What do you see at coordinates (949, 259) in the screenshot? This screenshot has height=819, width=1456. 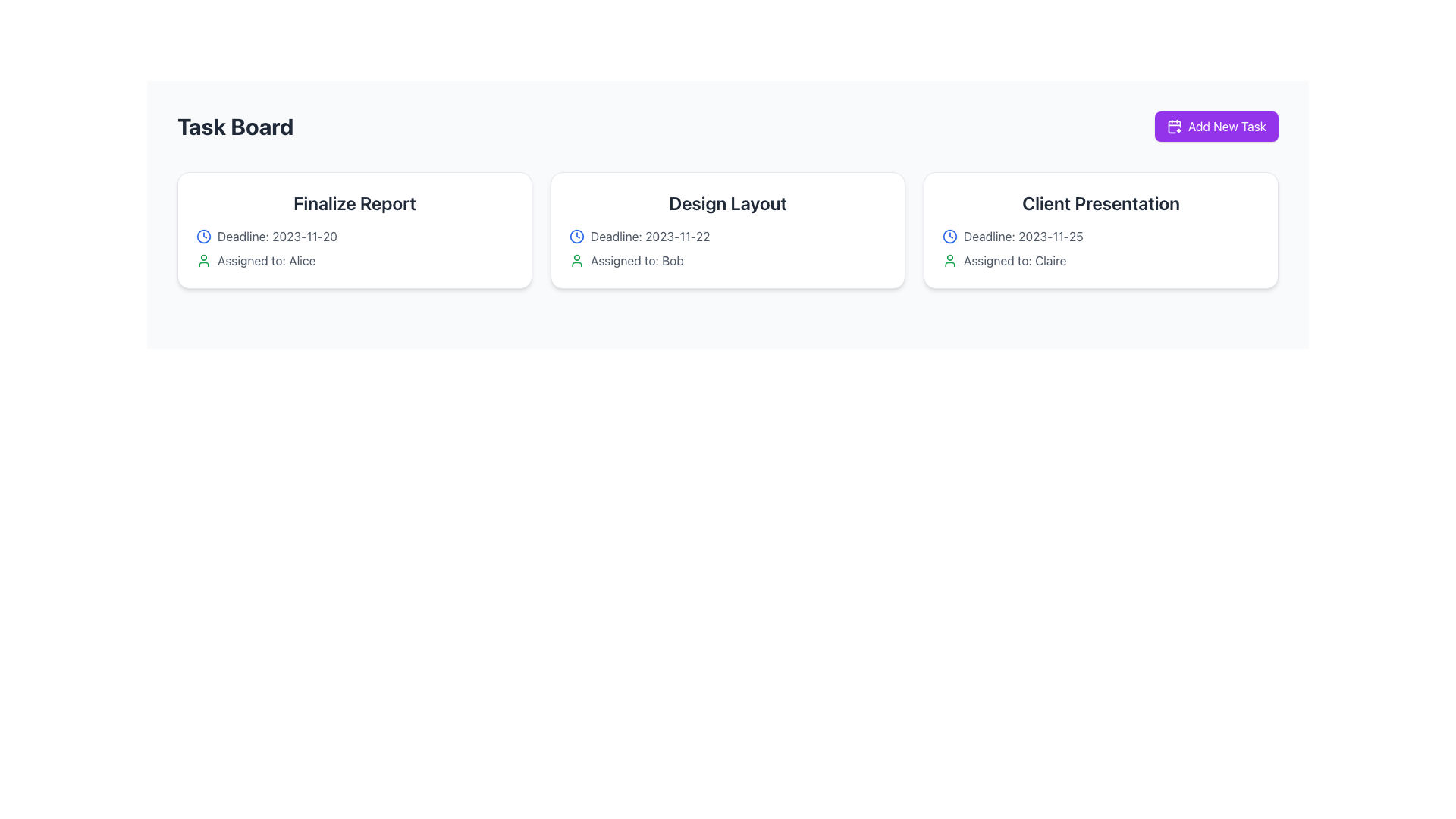 I see `the icon representing the user Claire, located to the left of the text 'Assigned to: Claire' in the 'Client Presentation' card on the task board` at bounding box center [949, 259].